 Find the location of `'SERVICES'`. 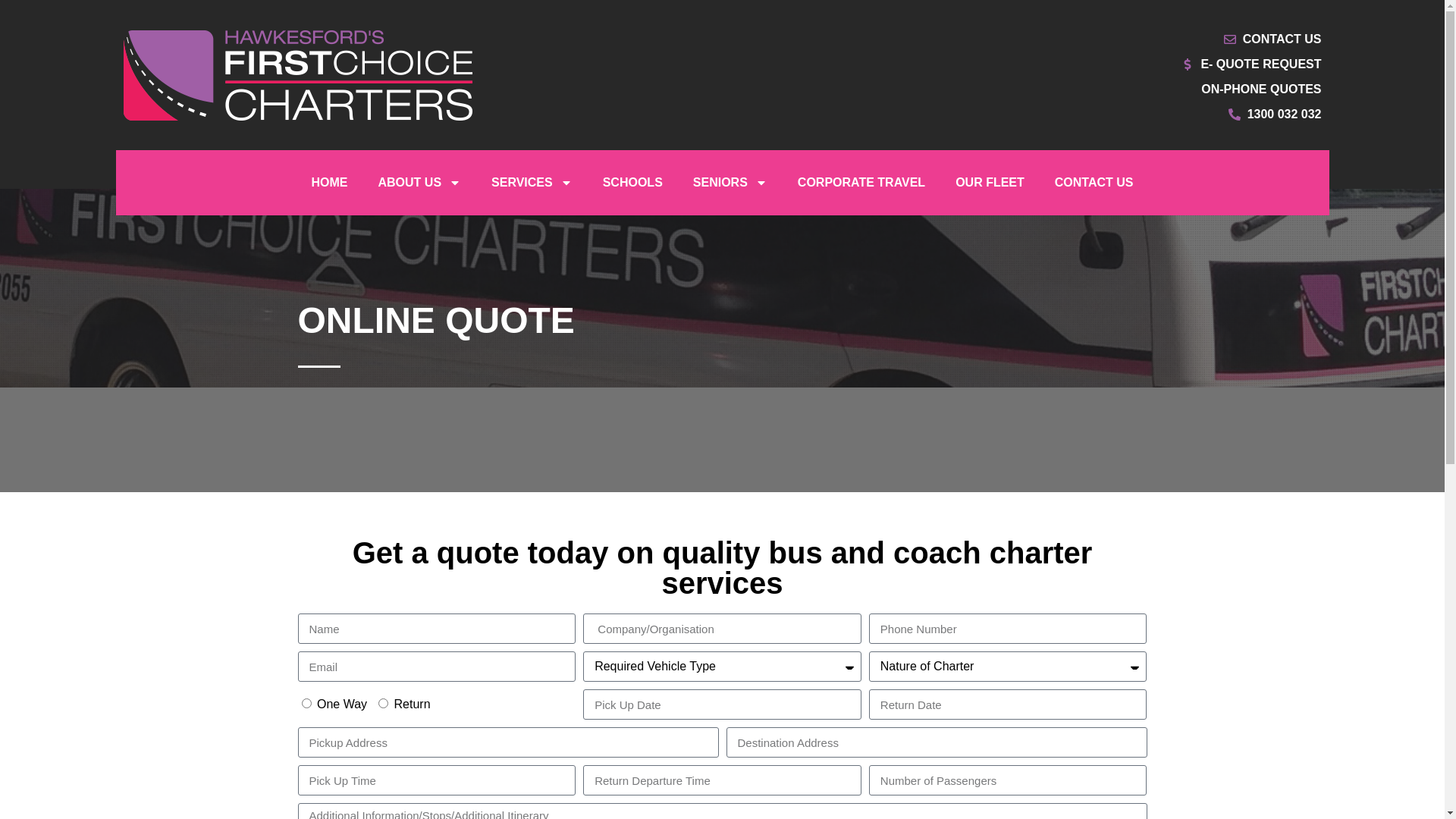

'SERVICES' is located at coordinates (475, 181).